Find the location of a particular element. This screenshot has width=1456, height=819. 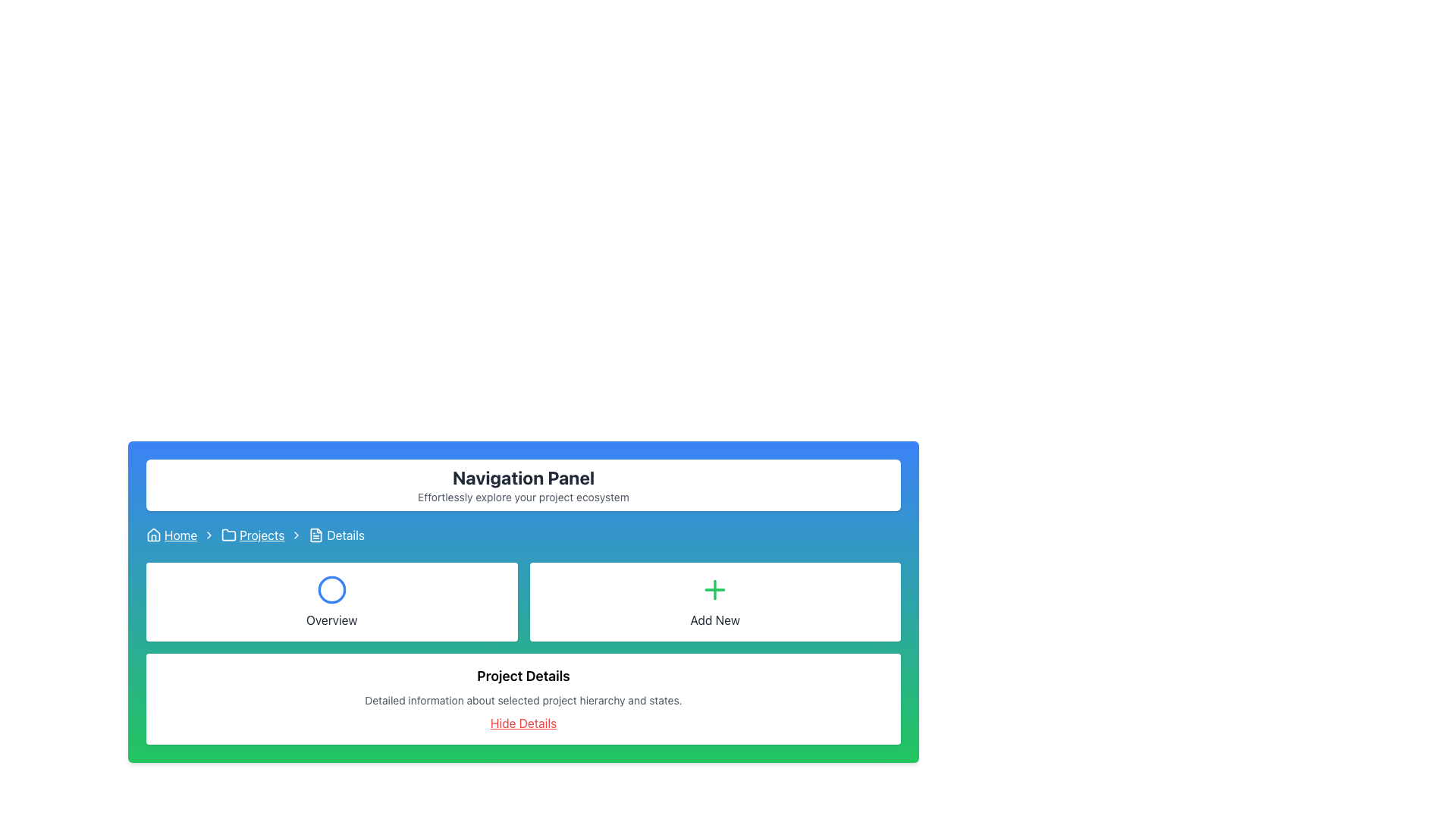

the interactive button located in the top-right area of the grid, positioned to the right of the 'Overview' section and above the 'Project Details' section is located at coordinates (714, 601).